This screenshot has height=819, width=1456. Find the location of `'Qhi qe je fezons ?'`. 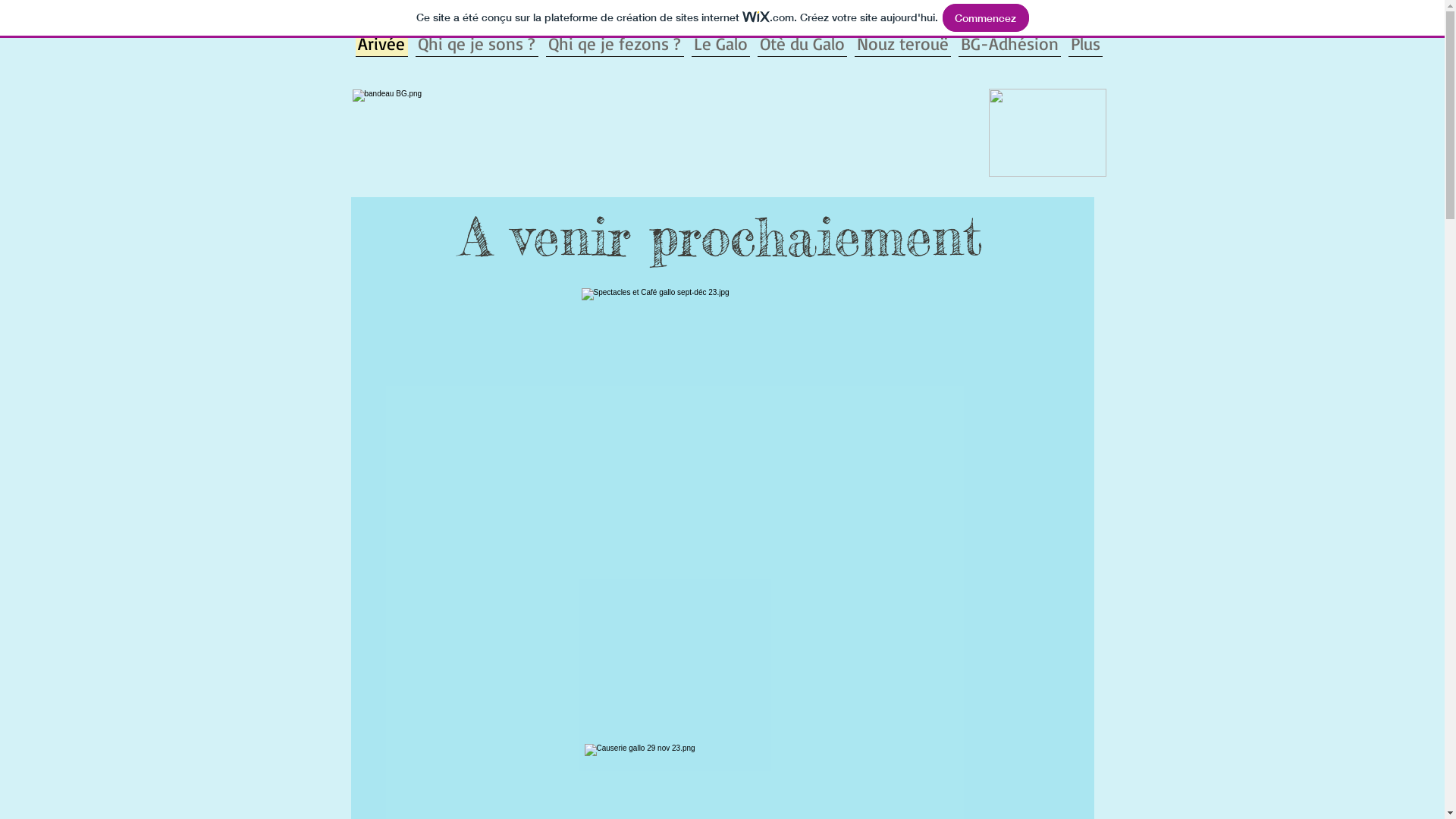

'Qhi qe je fezons ?' is located at coordinates (614, 40).